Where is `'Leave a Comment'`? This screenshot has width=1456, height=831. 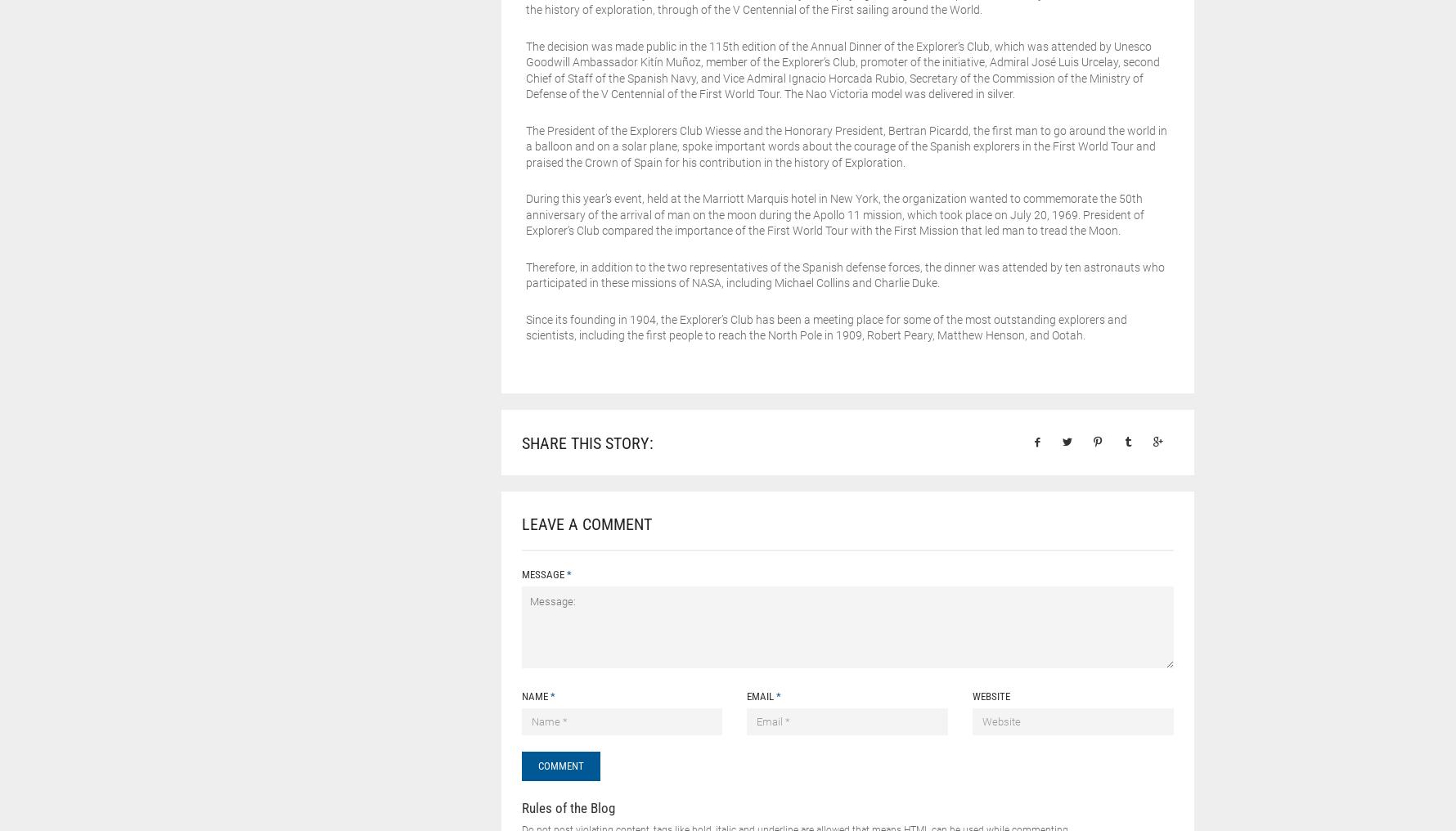
'Leave a Comment' is located at coordinates (585, 522).